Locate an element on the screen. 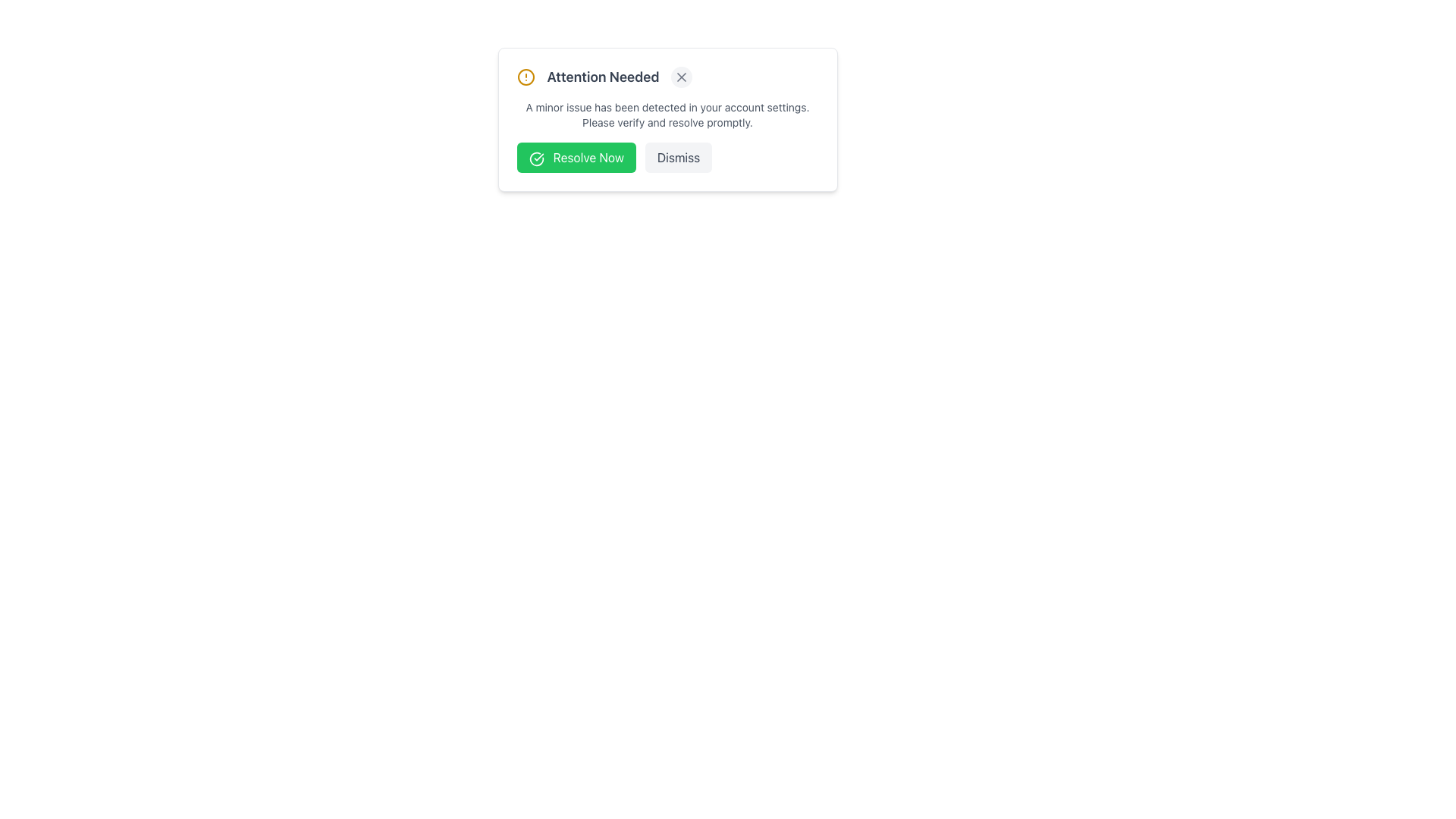 Image resolution: width=1456 pixels, height=819 pixels. the text block displaying a minor issue with account settings, styled in a small gray font, located below the 'Attention Needed' title and above the 'Resolve Now' and 'Dismiss' buttons is located at coordinates (667, 114).